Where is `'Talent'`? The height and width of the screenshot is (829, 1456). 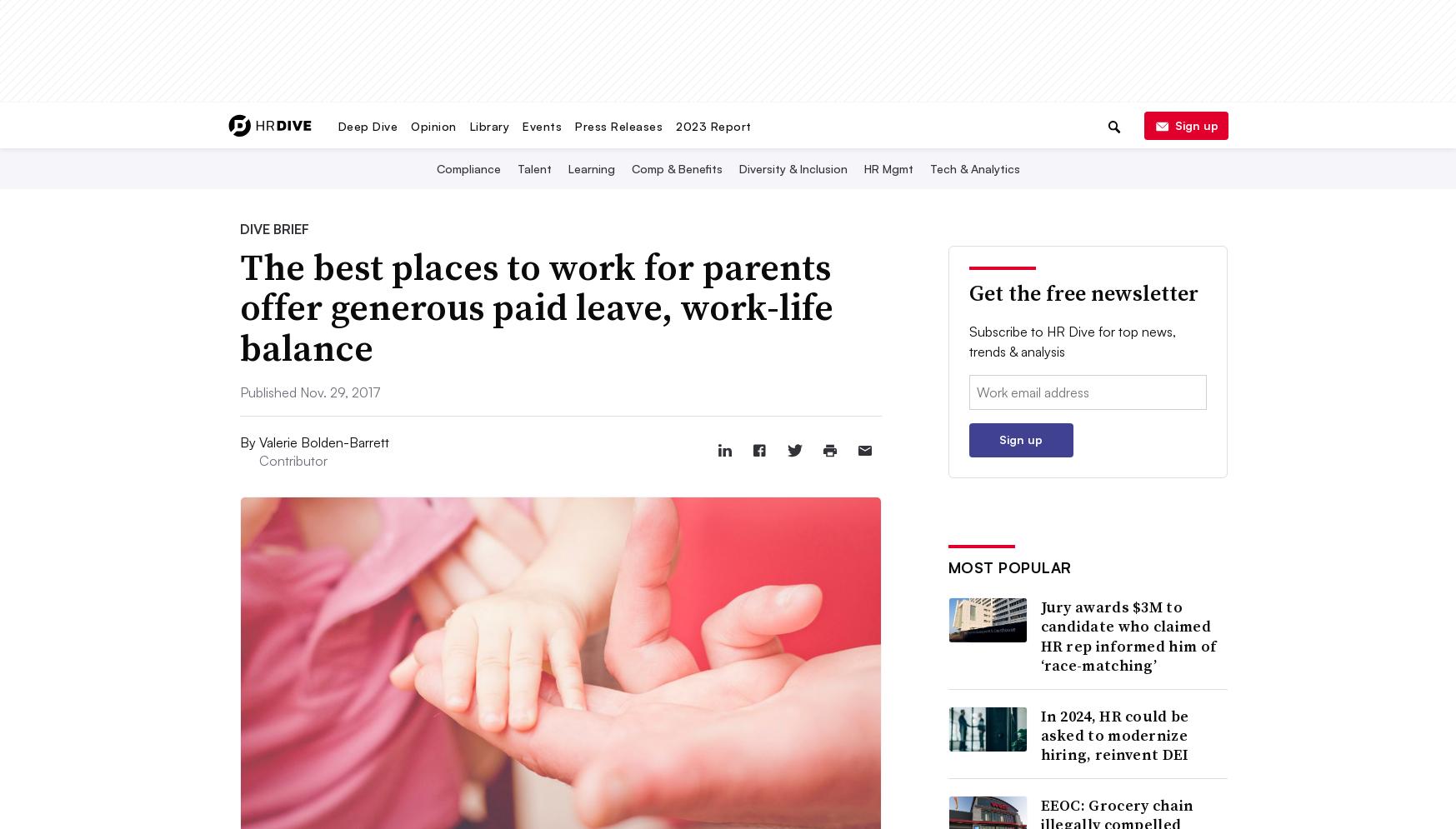 'Talent' is located at coordinates (533, 167).